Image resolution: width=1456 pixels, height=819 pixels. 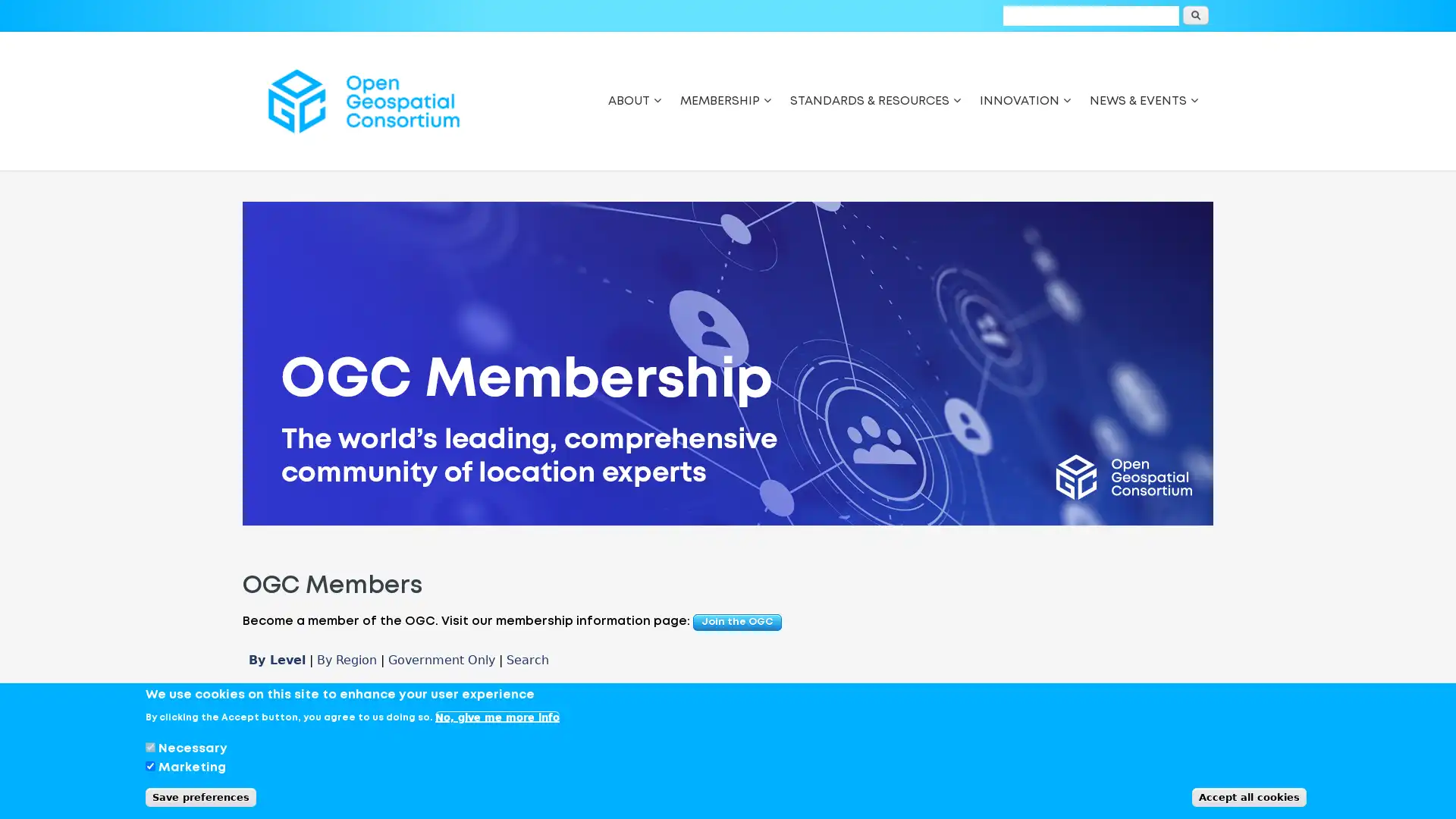 What do you see at coordinates (1195, 15) in the screenshot?
I see `Search` at bounding box center [1195, 15].